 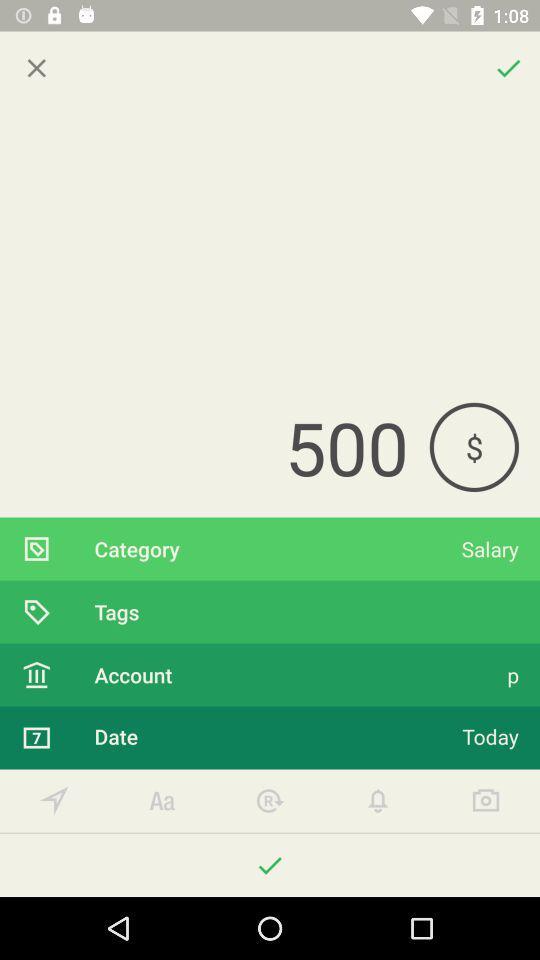 I want to click on $ on the right, so click(x=473, y=447).